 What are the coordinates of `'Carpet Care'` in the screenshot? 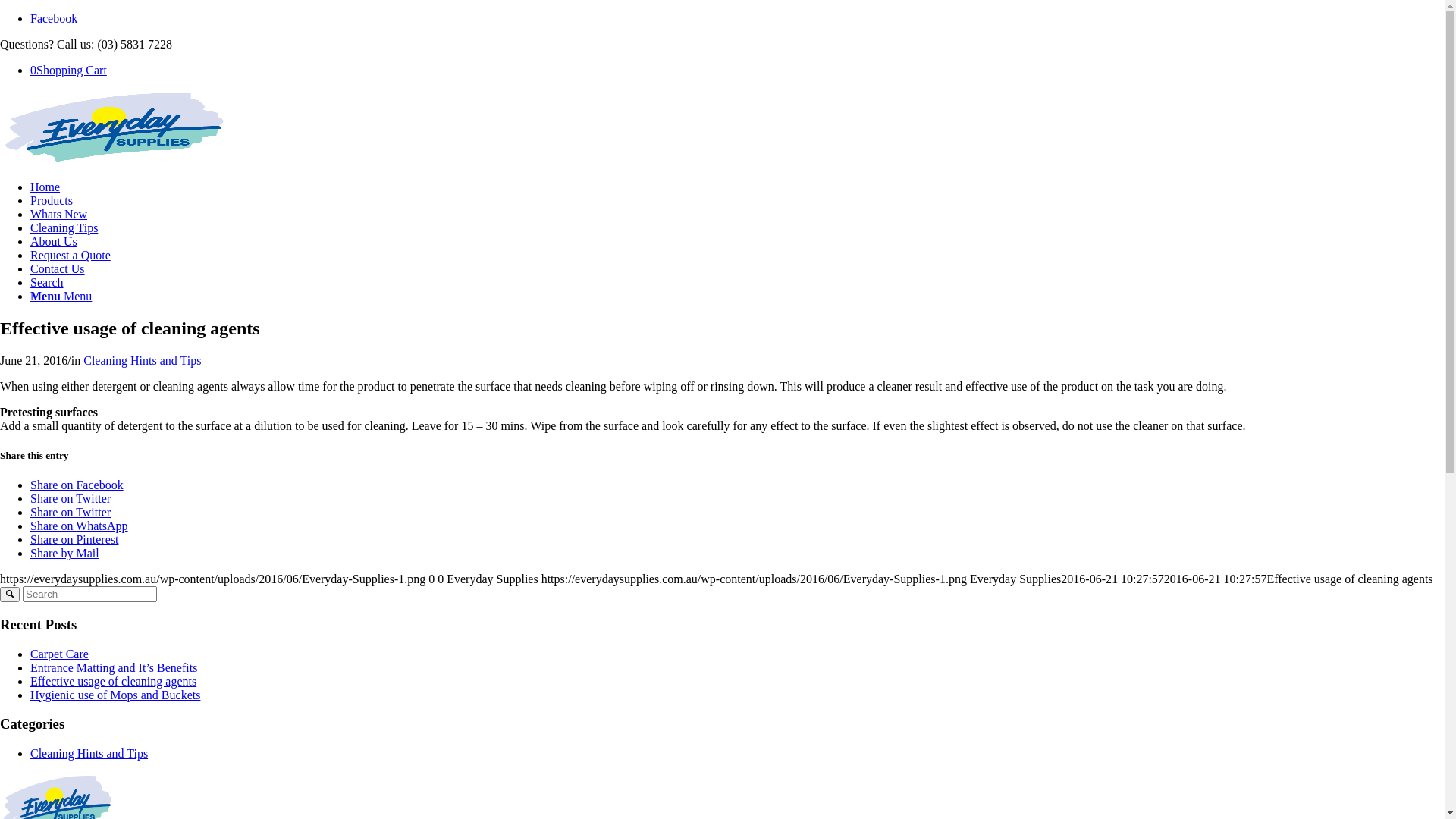 It's located at (59, 653).